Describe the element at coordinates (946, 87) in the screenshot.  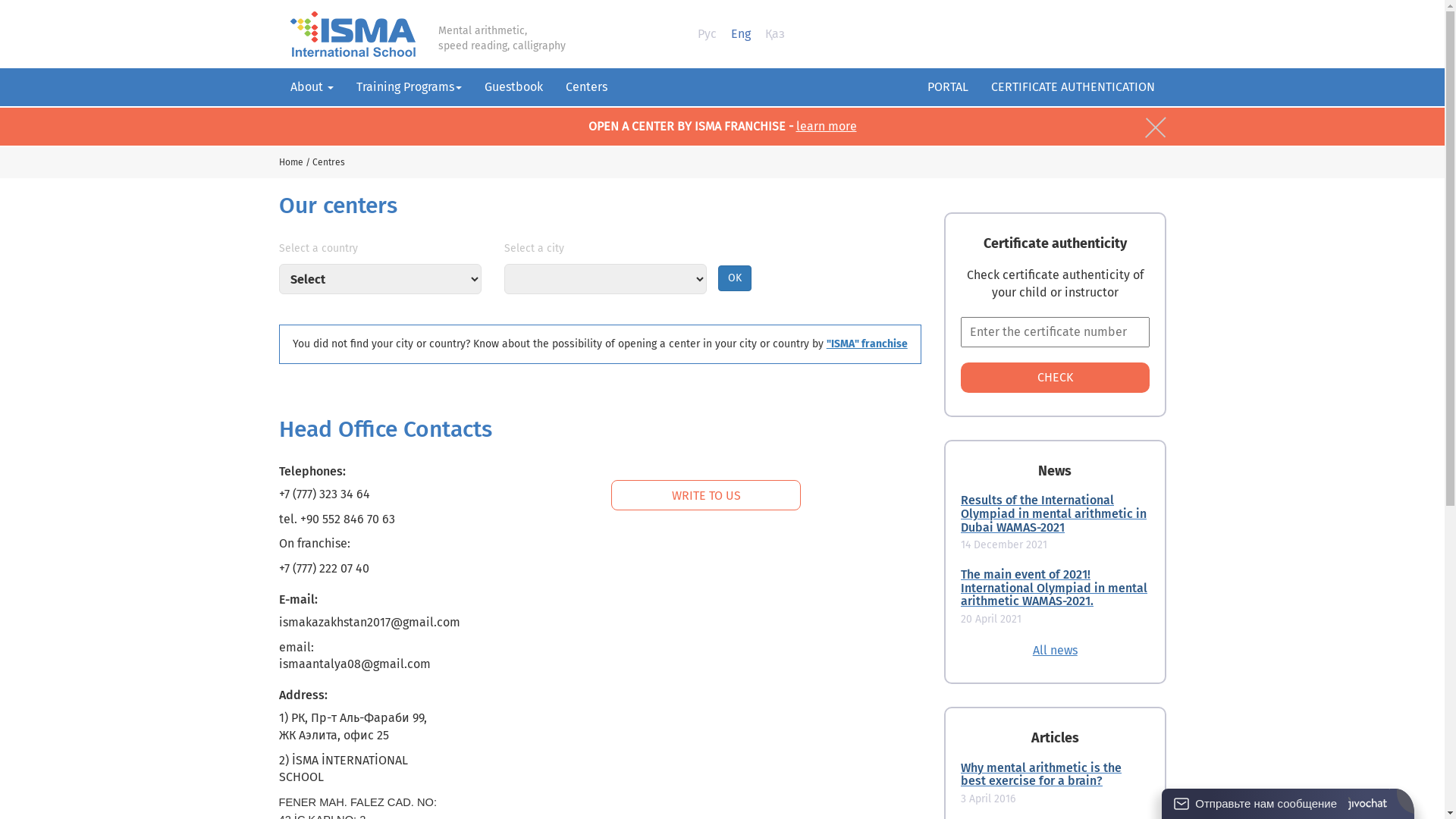
I see `'PORTAL'` at that location.